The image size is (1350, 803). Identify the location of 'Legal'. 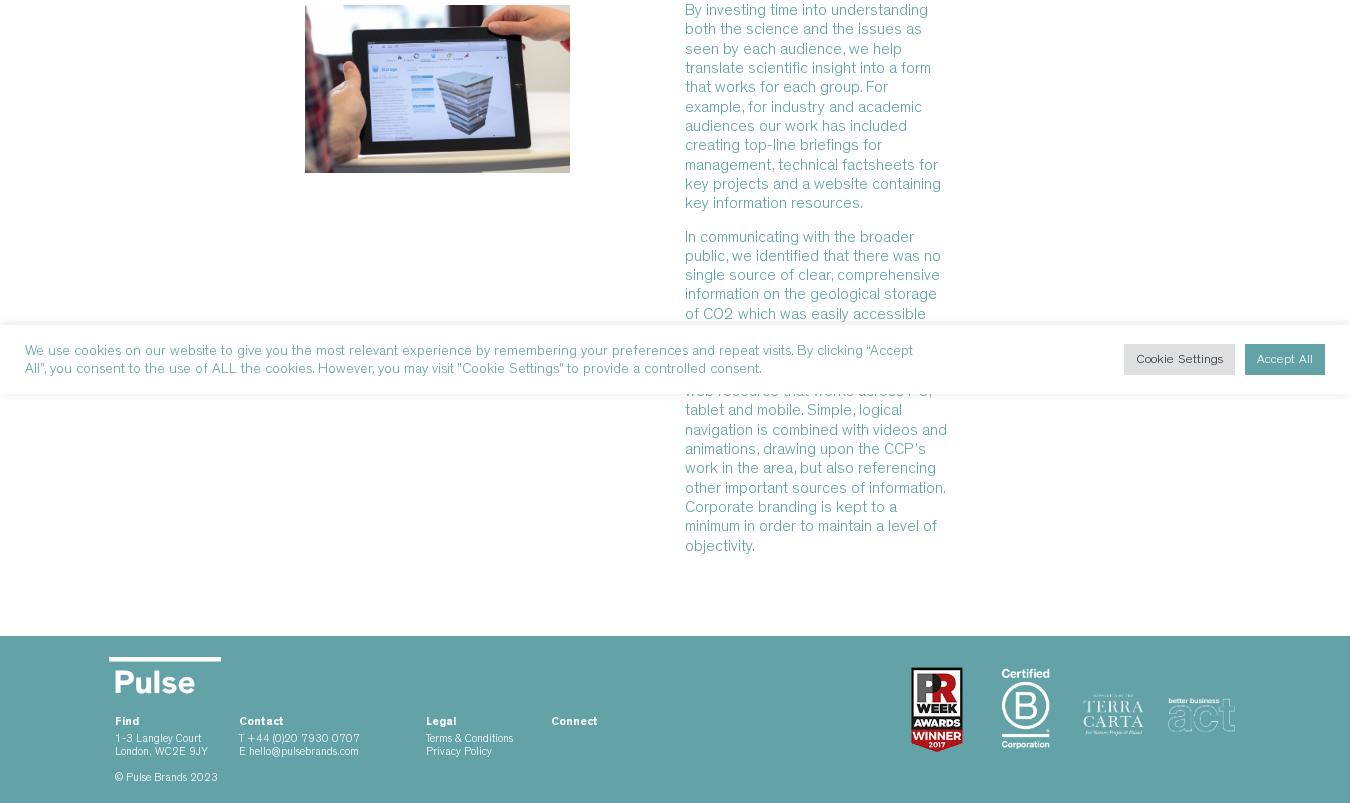
(441, 720).